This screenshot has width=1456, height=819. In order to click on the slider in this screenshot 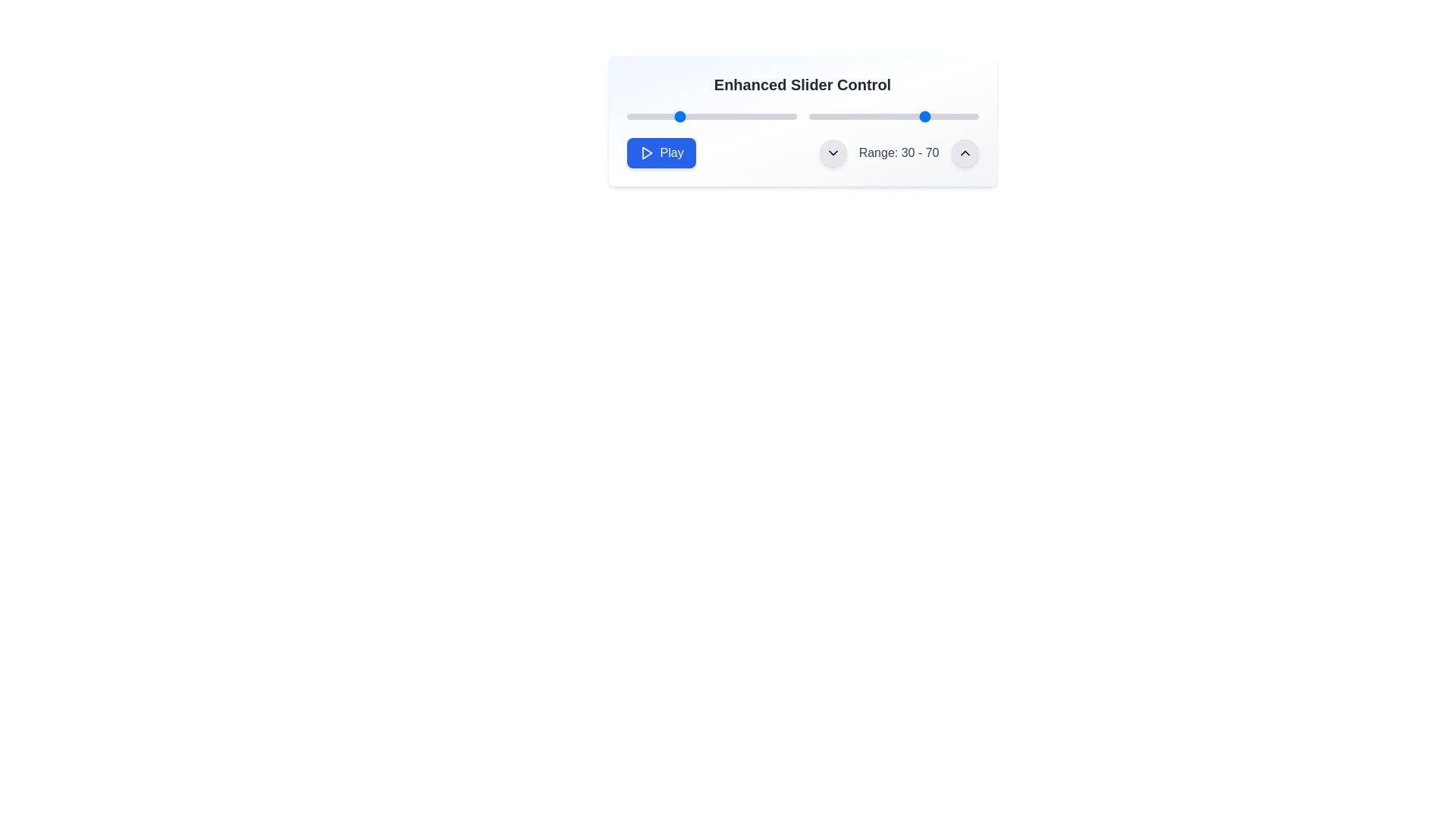, I will do `click(694, 116)`.